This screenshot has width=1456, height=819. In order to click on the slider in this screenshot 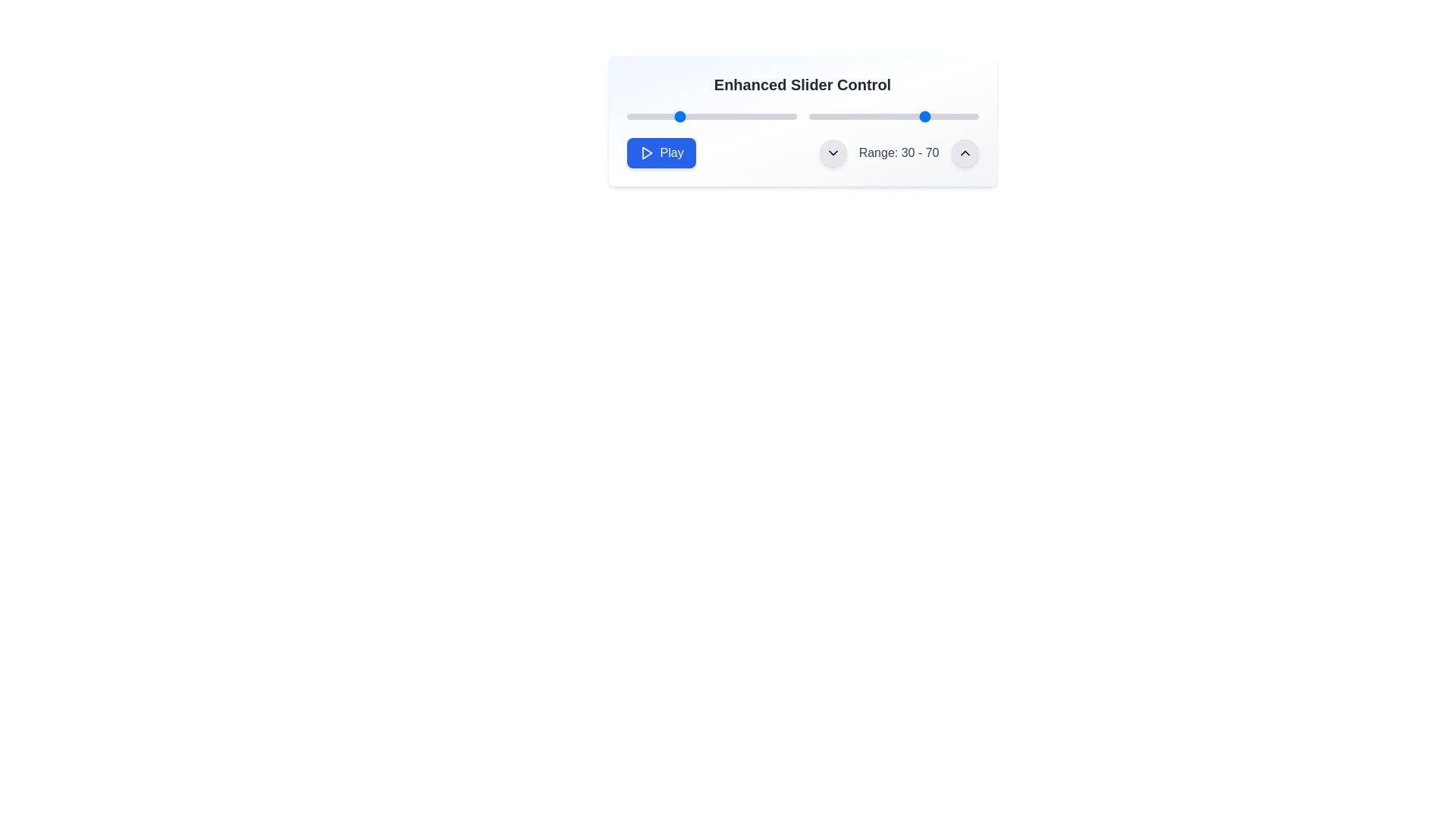, I will do `click(694, 116)`.